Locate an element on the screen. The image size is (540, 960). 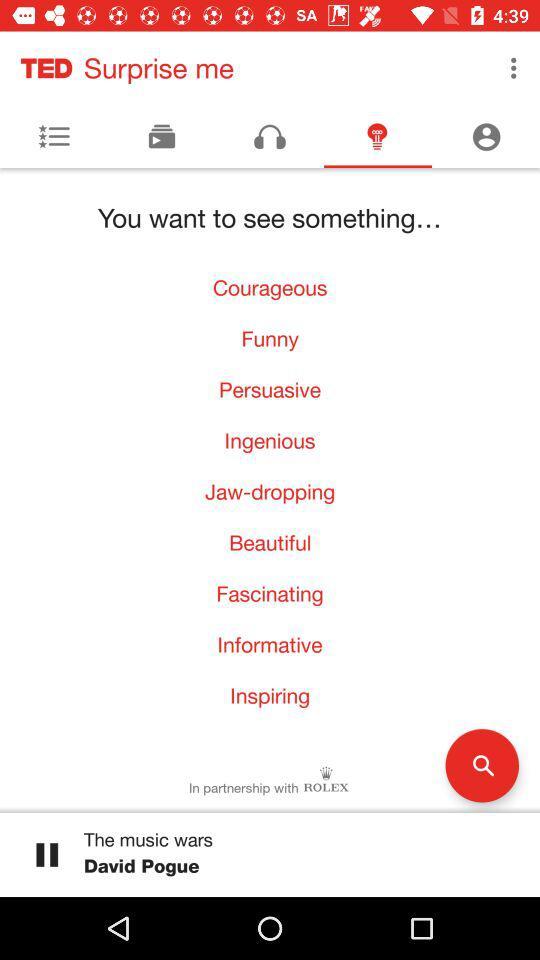
fascinating is located at coordinates (270, 593).